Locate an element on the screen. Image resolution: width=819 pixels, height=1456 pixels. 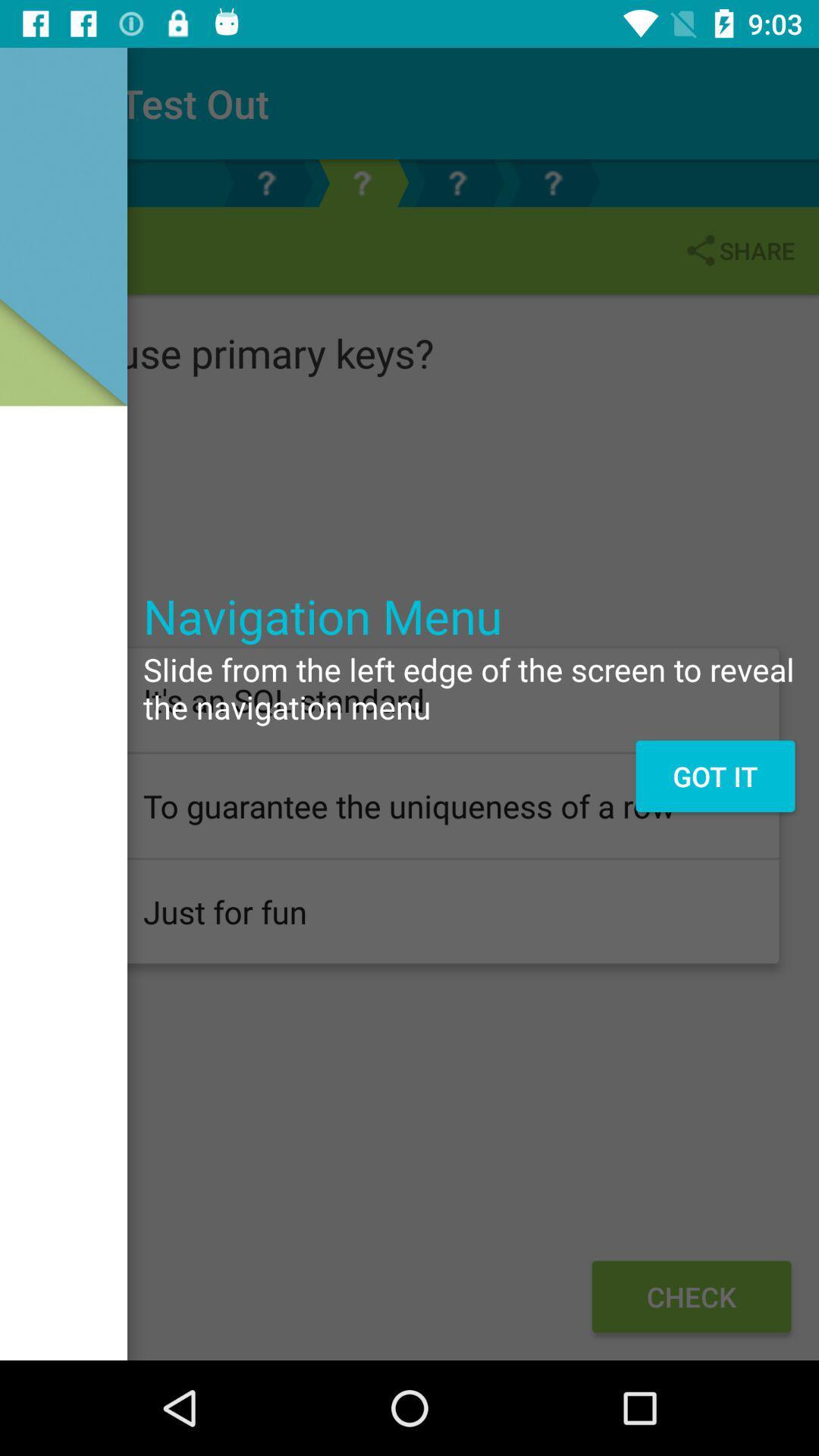
the icon below slide from the is located at coordinates (715, 776).